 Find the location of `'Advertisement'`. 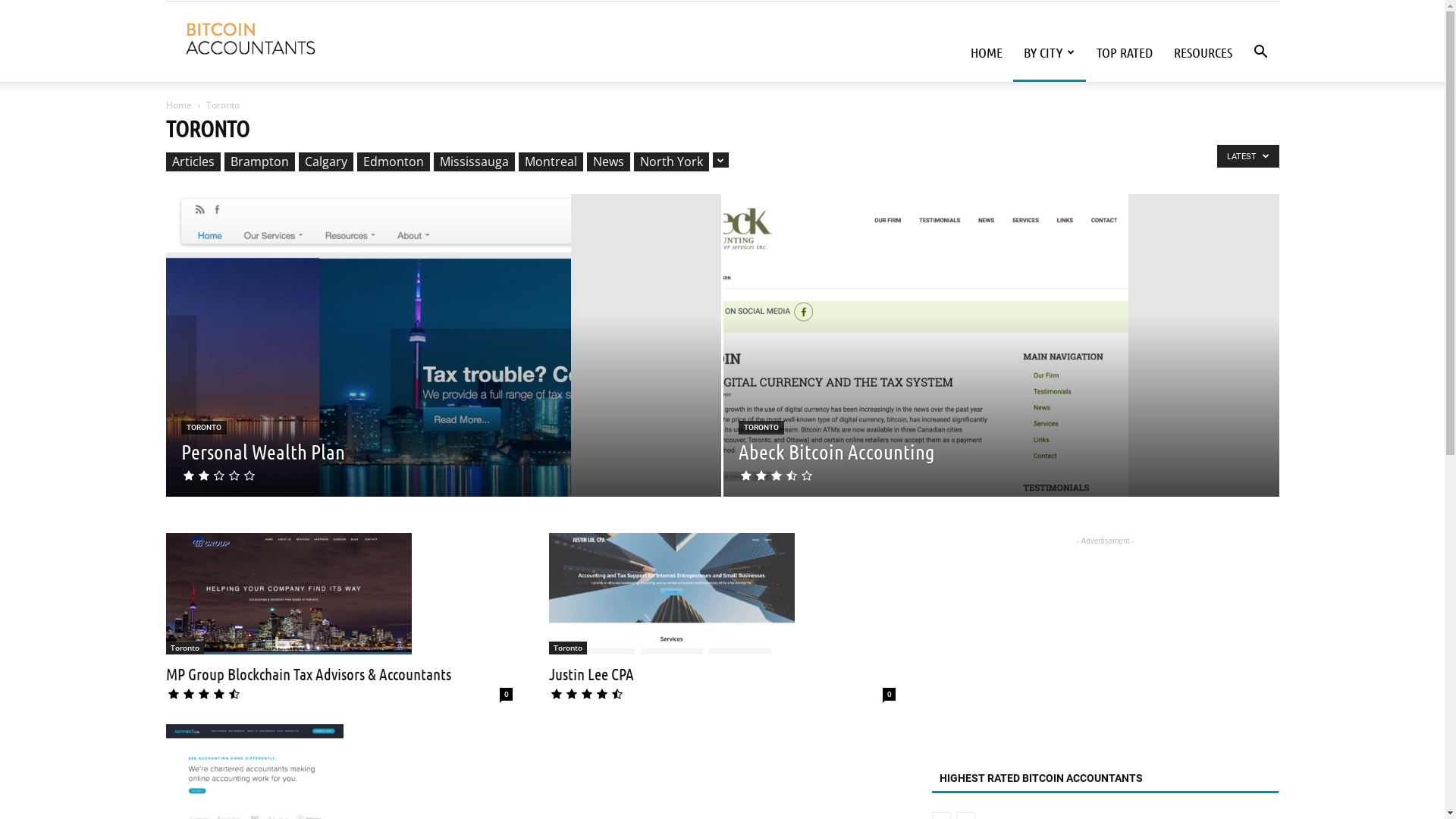

'Advertisement' is located at coordinates (1106, 643).